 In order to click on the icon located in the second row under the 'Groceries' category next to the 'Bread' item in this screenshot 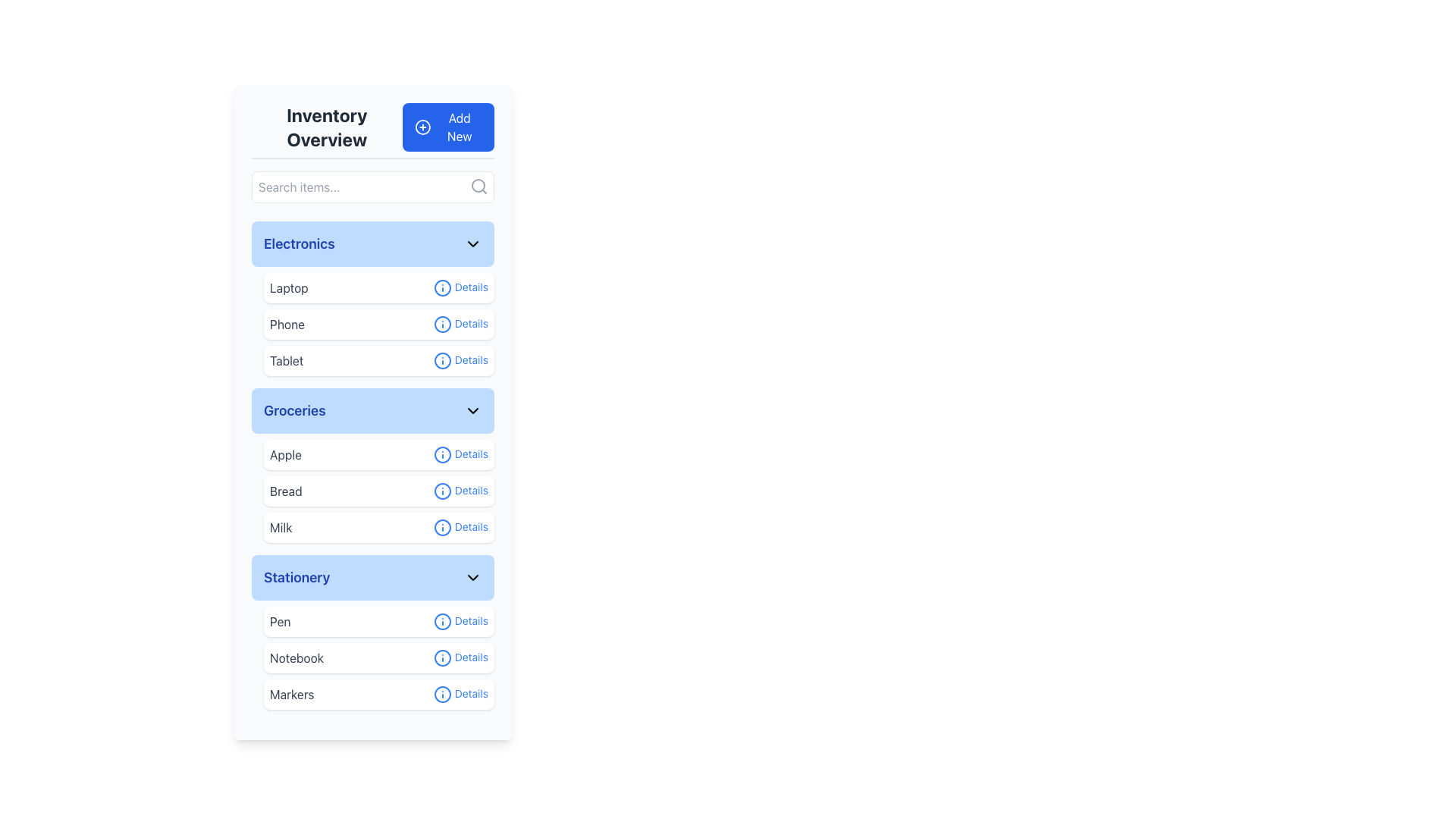, I will do `click(441, 491)`.